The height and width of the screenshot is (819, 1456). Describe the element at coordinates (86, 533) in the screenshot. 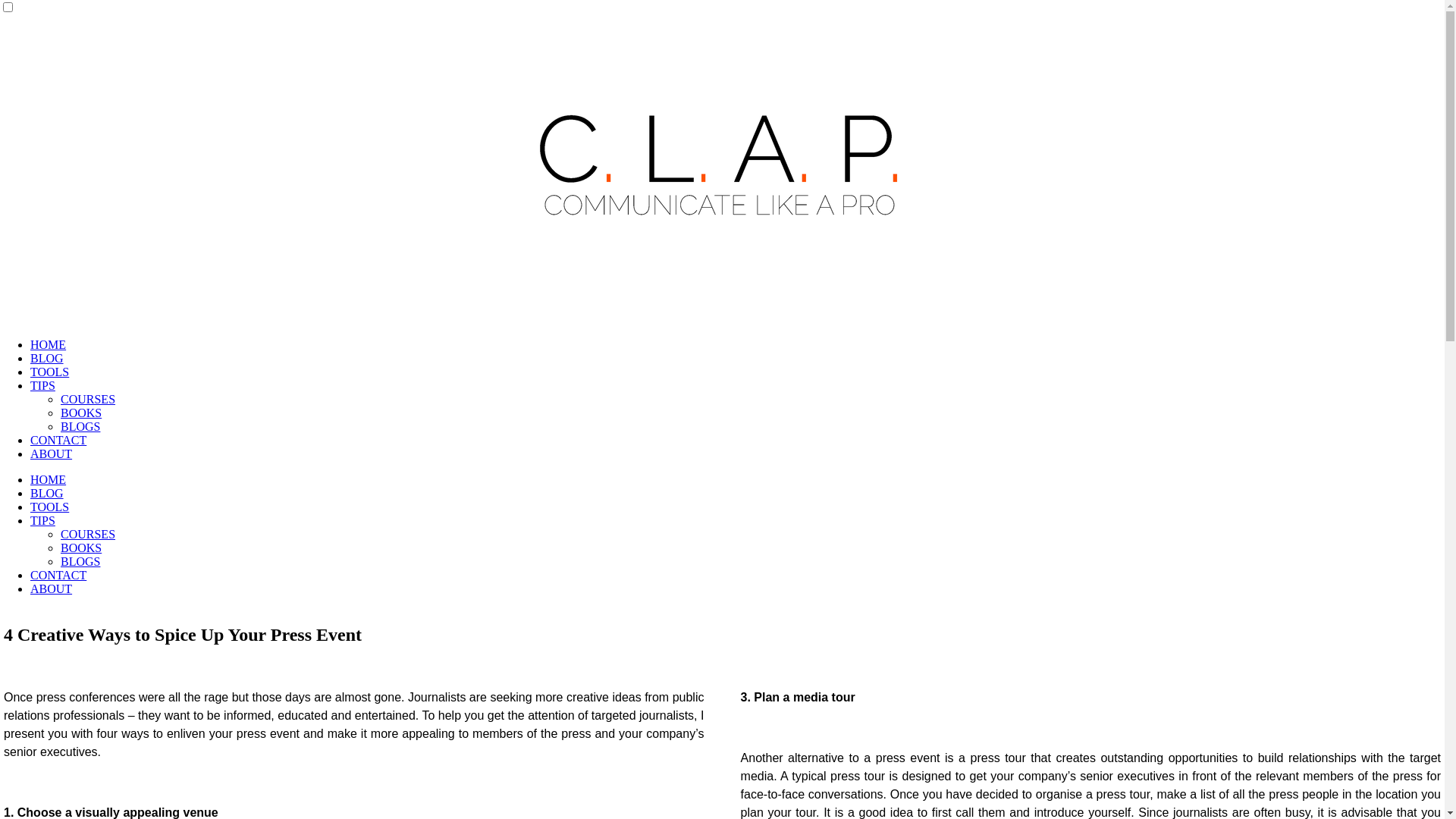

I see `'COURSES'` at that location.